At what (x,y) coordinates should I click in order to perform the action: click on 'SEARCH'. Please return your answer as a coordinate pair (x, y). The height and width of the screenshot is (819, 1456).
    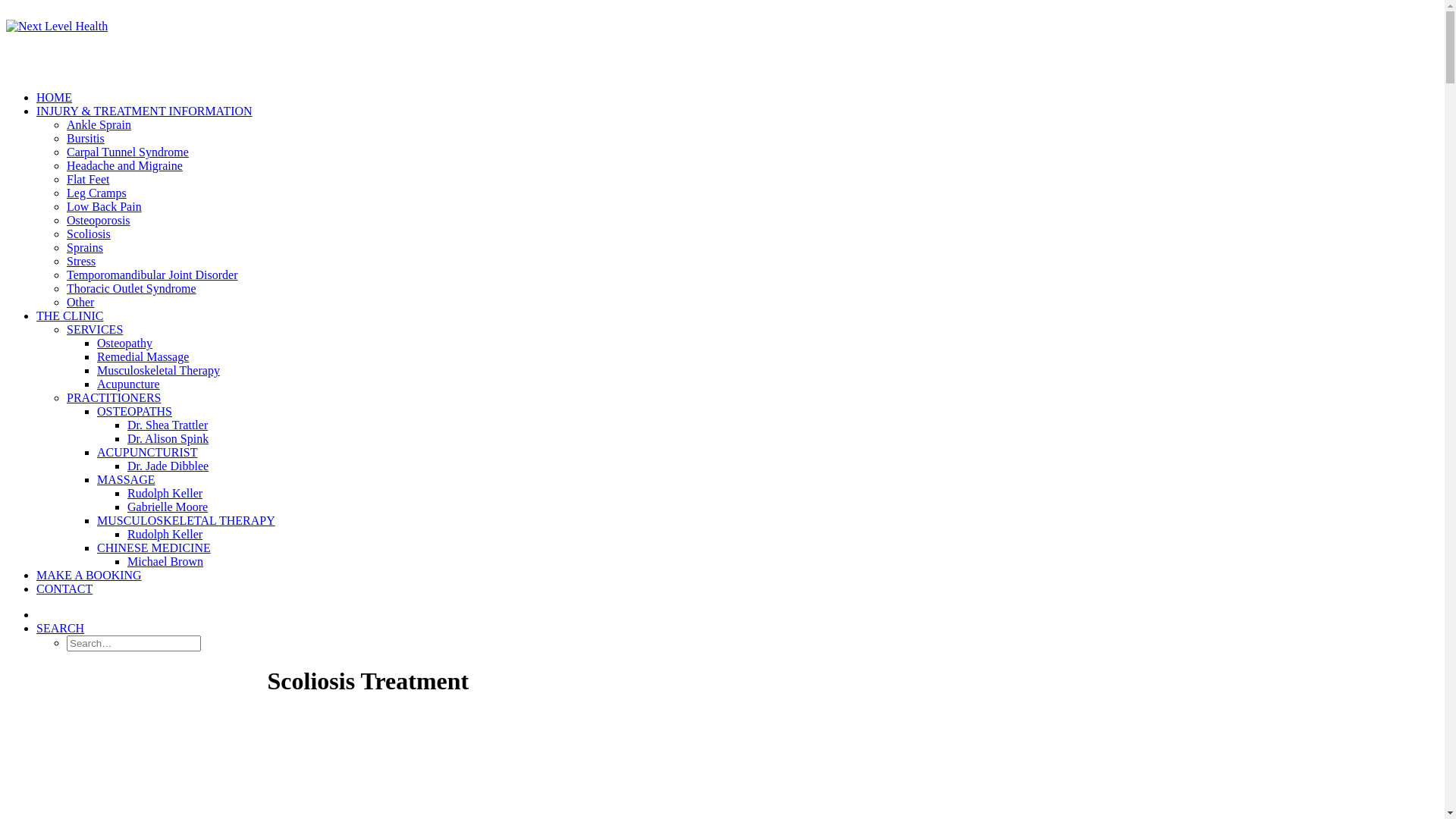
    Looking at the image, I should click on (60, 628).